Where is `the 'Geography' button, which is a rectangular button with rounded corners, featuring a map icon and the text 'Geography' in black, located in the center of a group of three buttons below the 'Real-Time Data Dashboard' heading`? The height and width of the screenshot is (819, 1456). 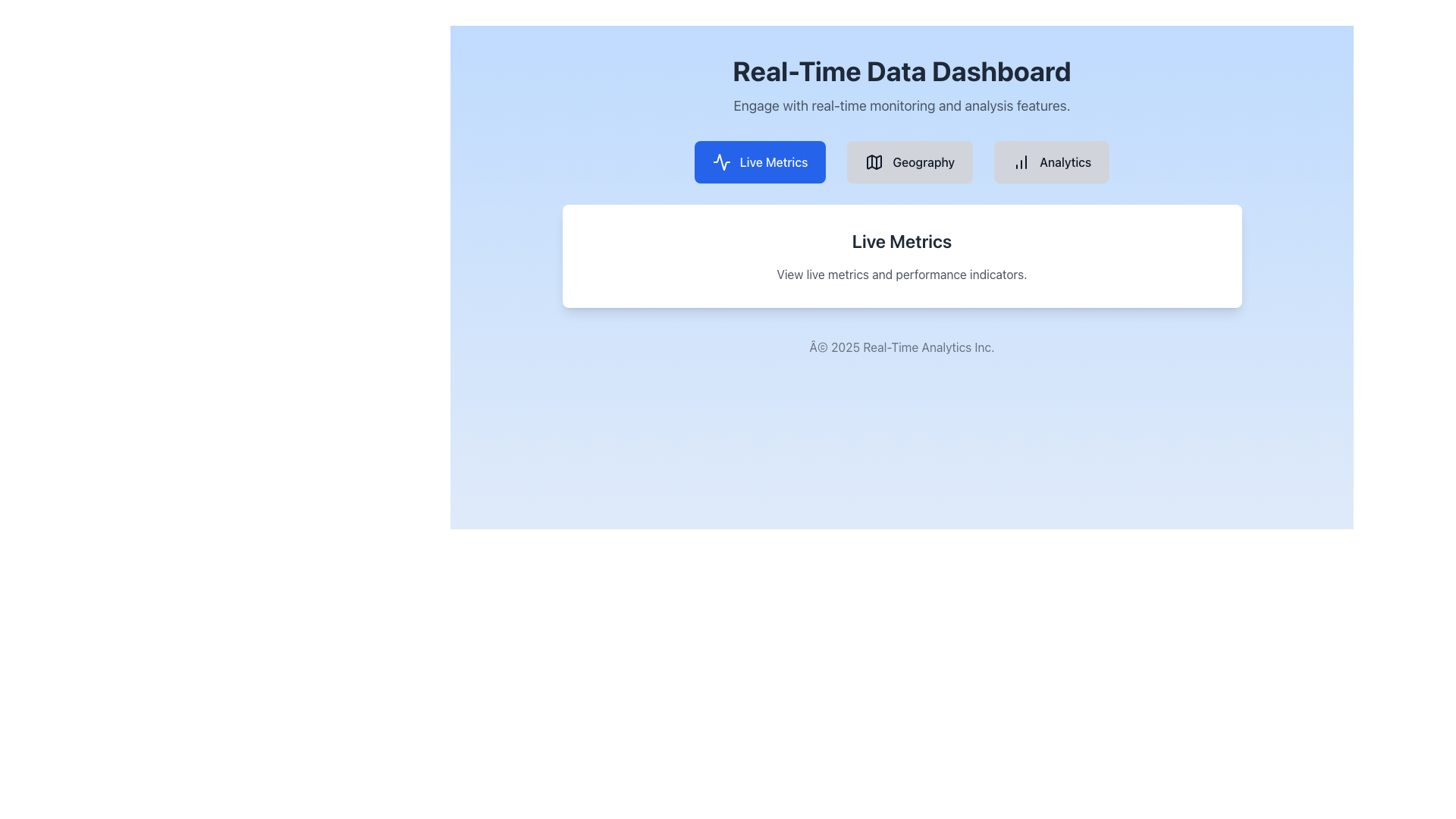 the 'Geography' button, which is a rectangular button with rounded corners, featuring a map icon and the text 'Geography' in black, located in the center of a group of three buttons below the 'Real-Time Data Dashboard' heading is located at coordinates (910, 162).